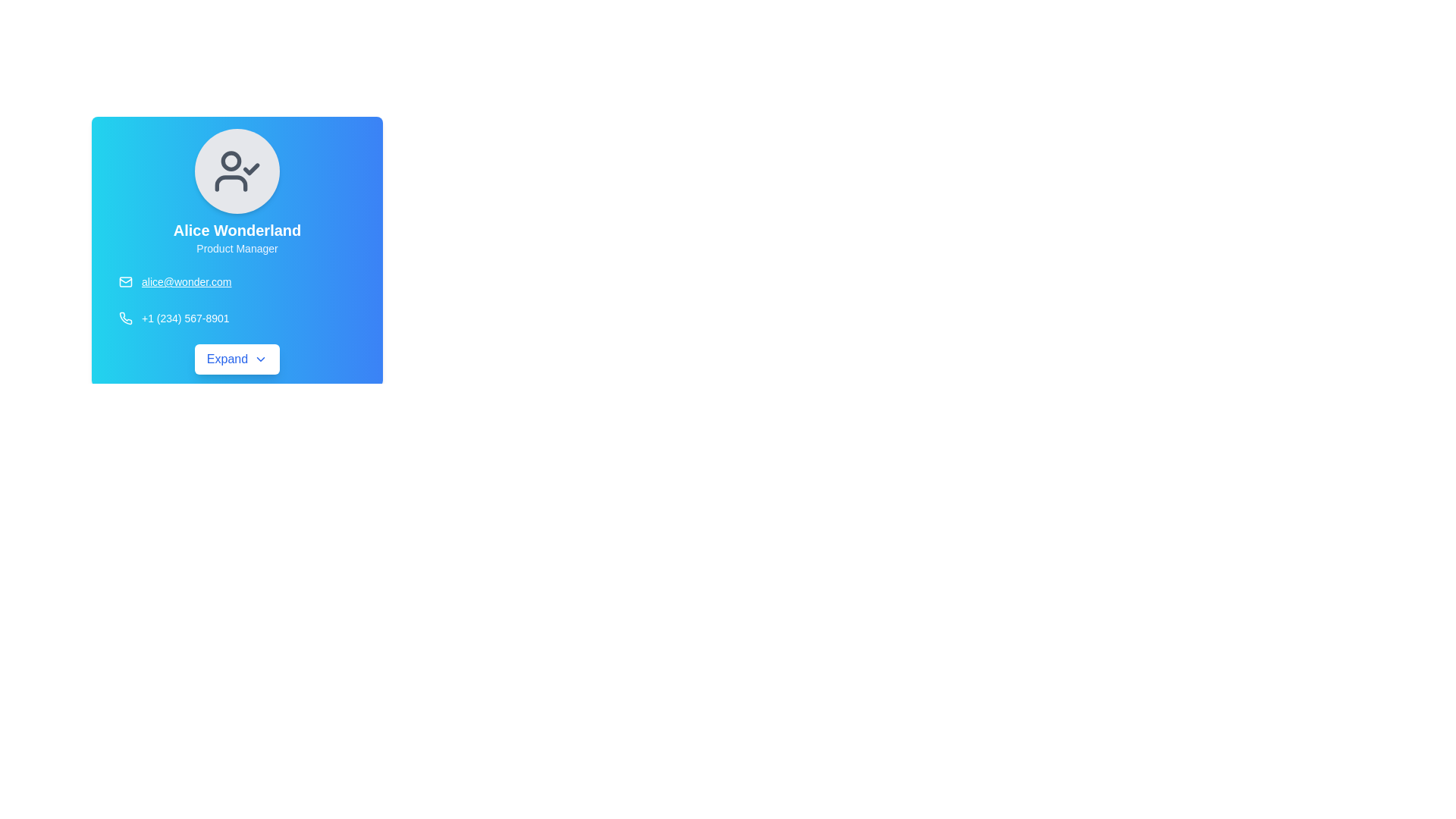  What do you see at coordinates (236, 359) in the screenshot?
I see `the expandable button located at the bottom of the card displaying 'Alice Wonderland', which reveals additional content related to the card` at bounding box center [236, 359].